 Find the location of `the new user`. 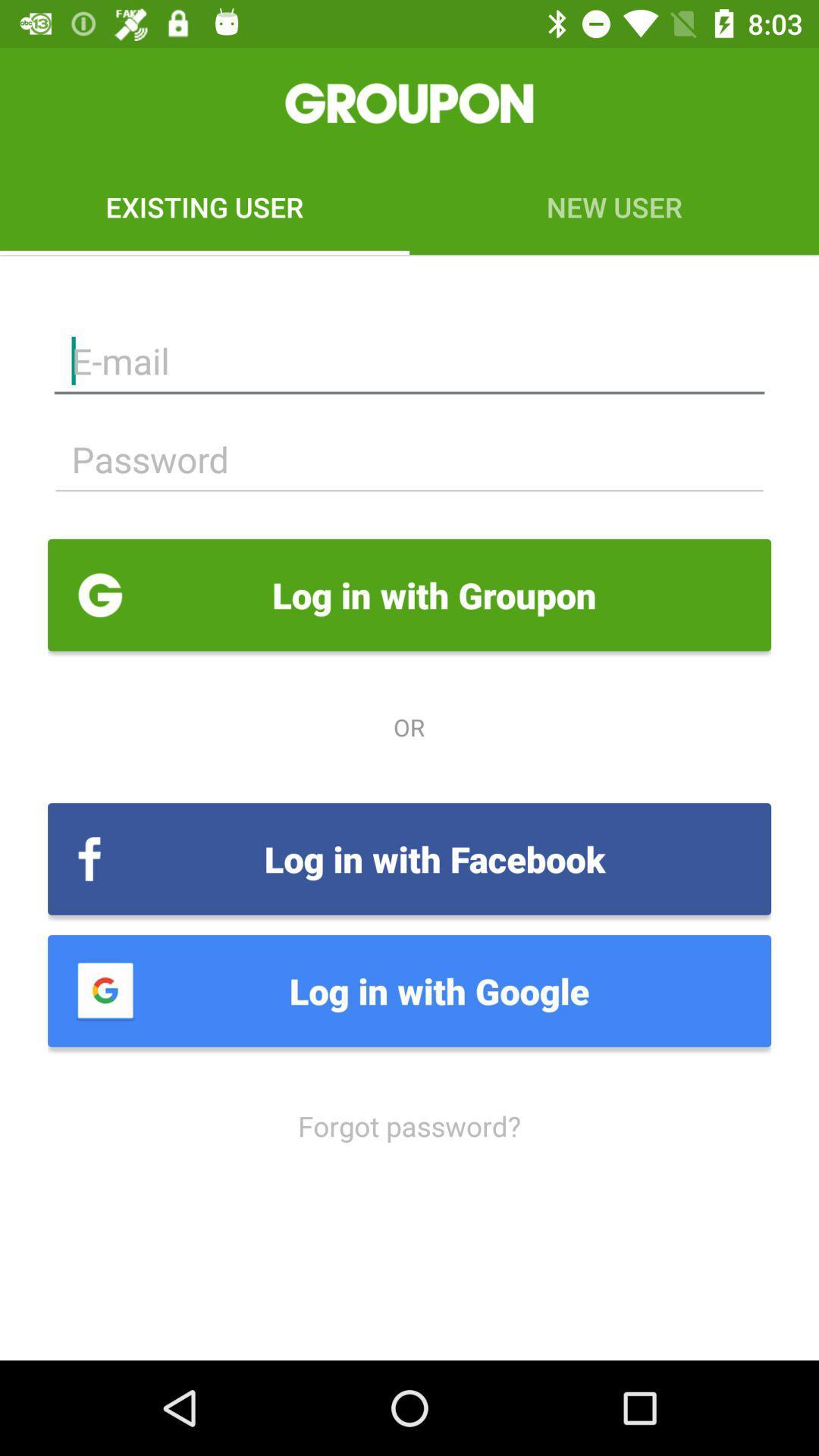

the new user is located at coordinates (614, 206).